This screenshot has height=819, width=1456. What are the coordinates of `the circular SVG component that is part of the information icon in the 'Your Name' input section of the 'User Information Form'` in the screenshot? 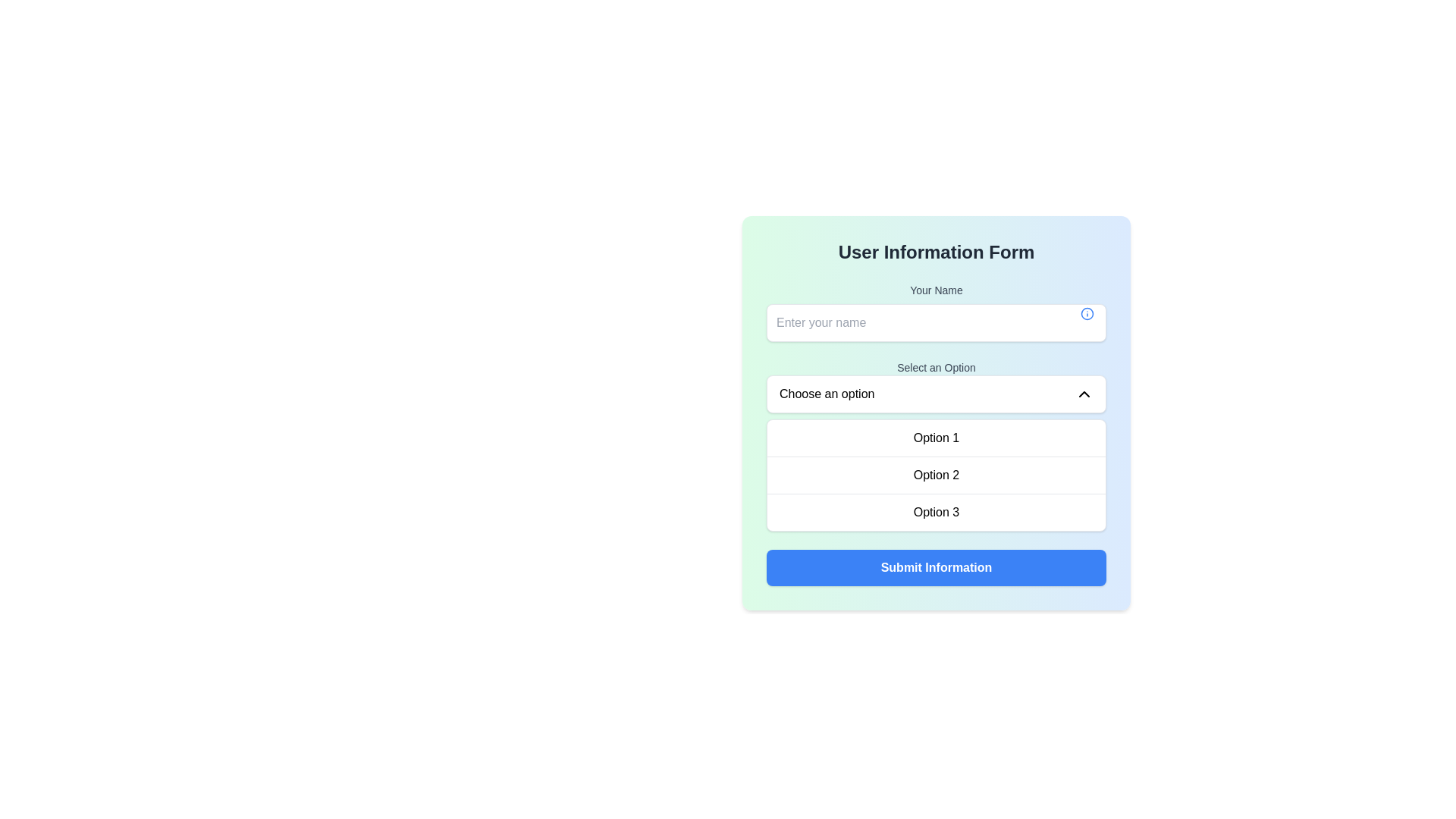 It's located at (1087, 312).